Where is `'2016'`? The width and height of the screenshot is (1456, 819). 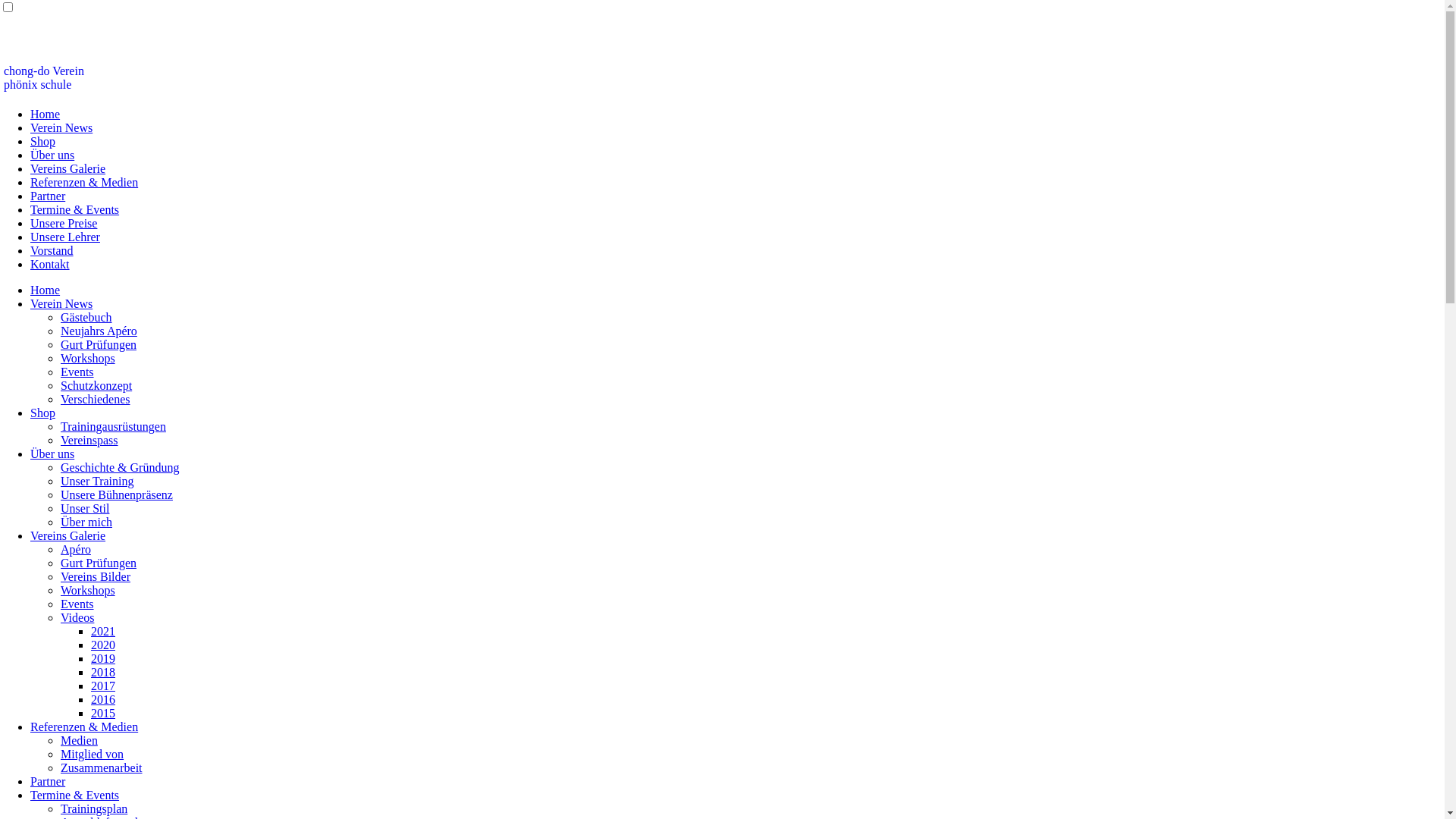
'2016' is located at coordinates (102, 699).